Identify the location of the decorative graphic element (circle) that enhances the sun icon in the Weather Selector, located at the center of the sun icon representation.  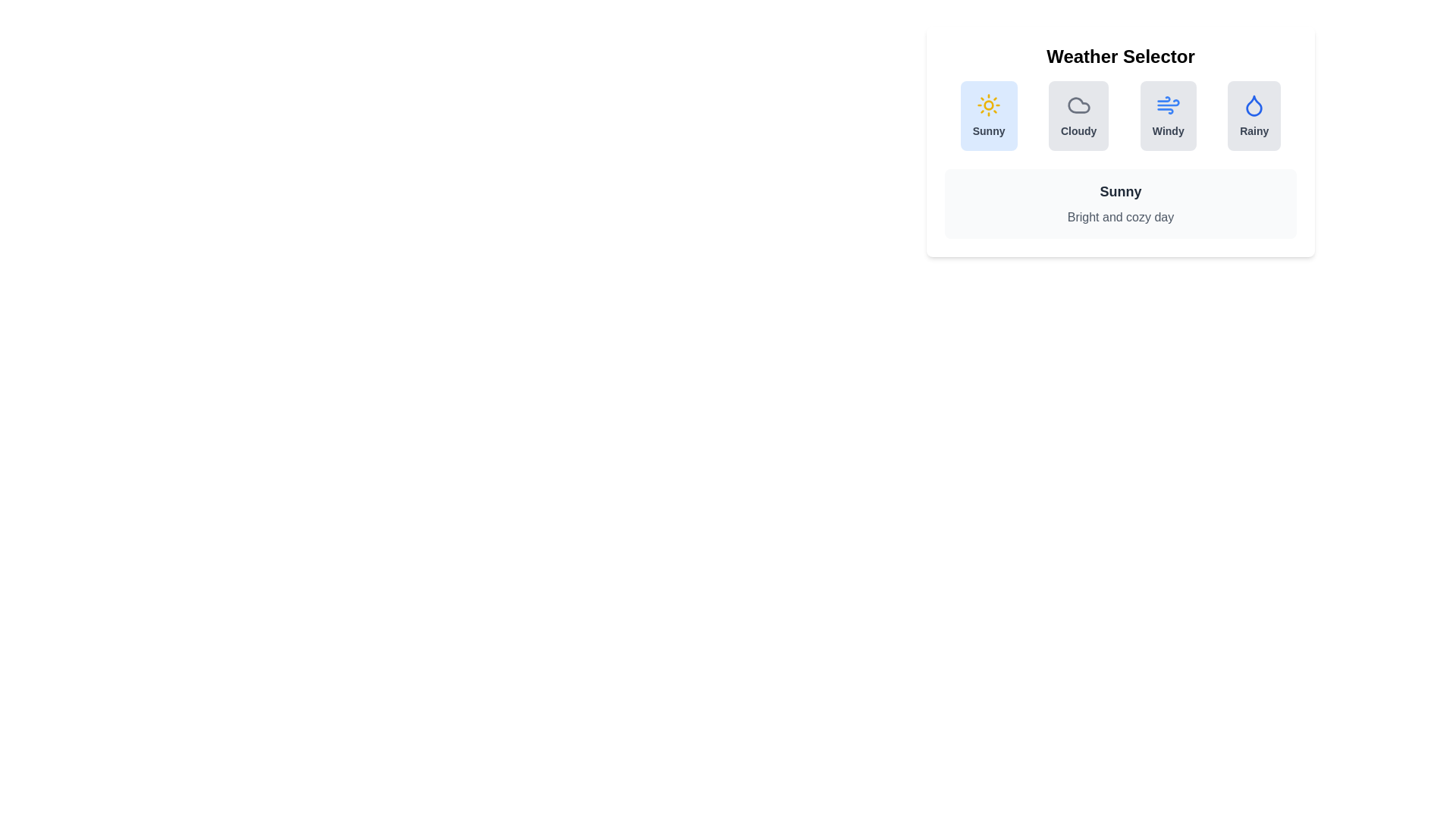
(989, 104).